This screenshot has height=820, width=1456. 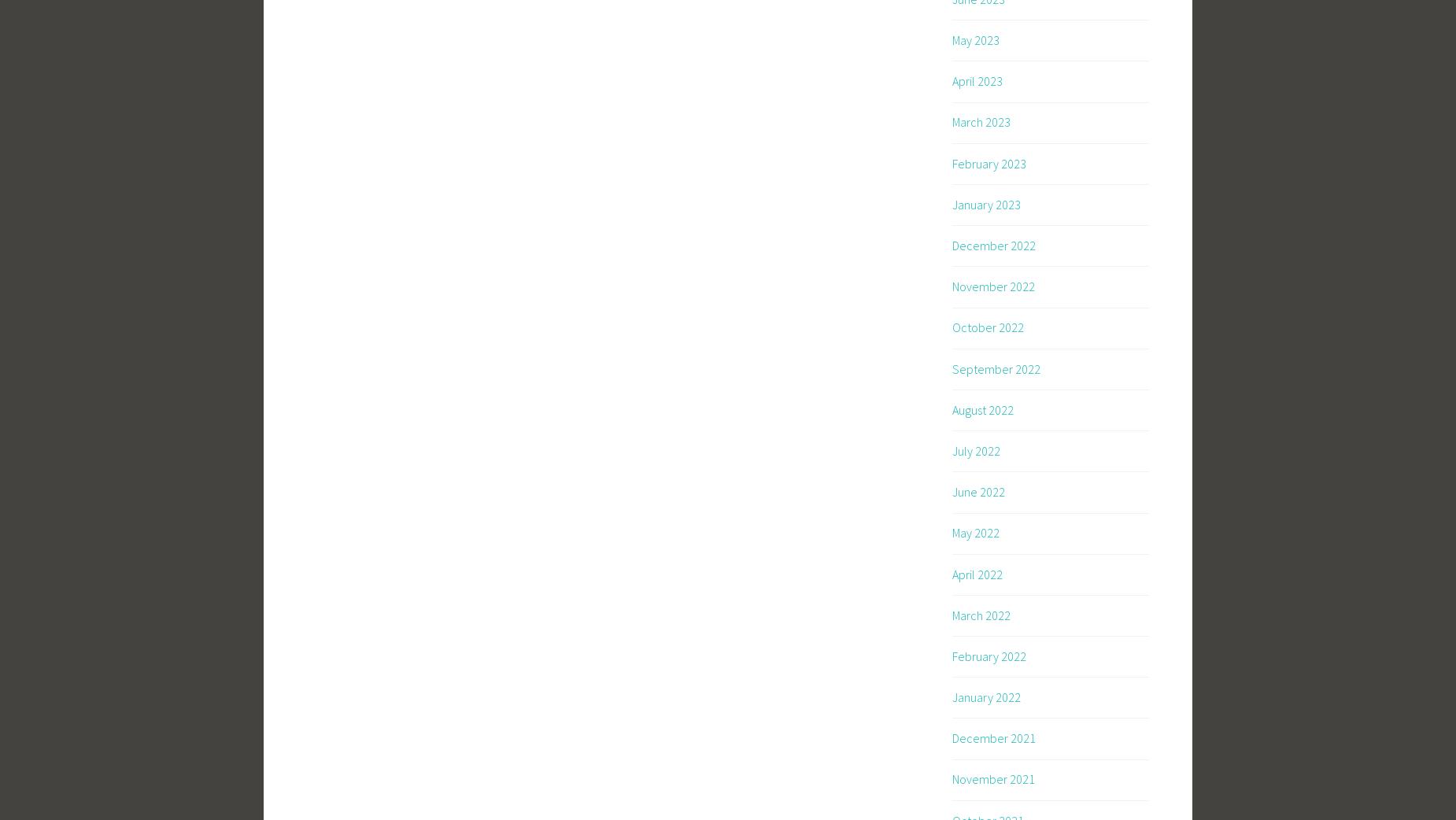 I want to click on 'July 2022', so click(x=975, y=449).